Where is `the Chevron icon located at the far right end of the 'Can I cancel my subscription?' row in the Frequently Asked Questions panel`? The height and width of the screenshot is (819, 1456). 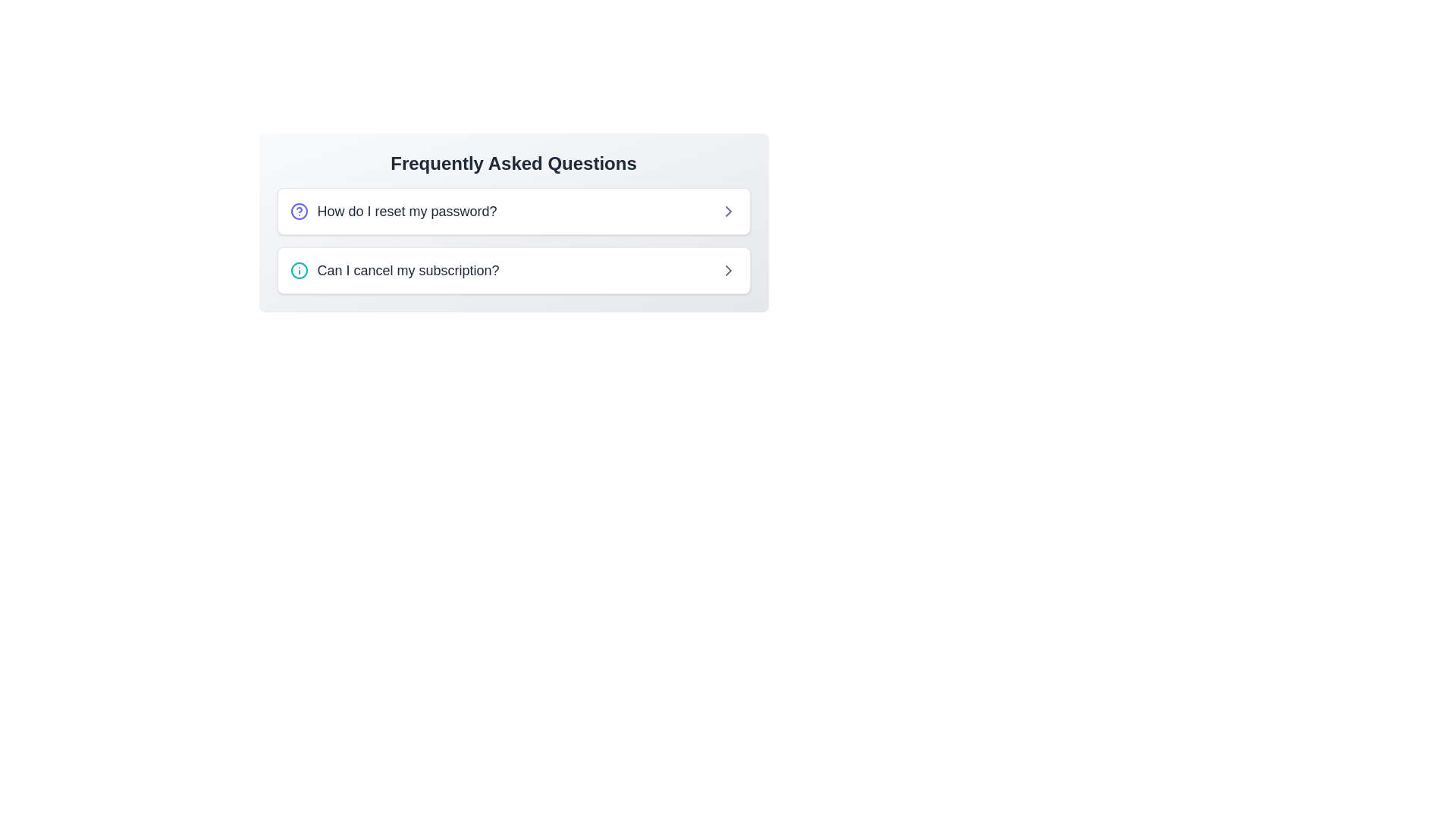 the Chevron icon located at the far right end of the 'Can I cancel my subscription?' row in the Frequently Asked Questions panel is located at coordinates (728, 270).